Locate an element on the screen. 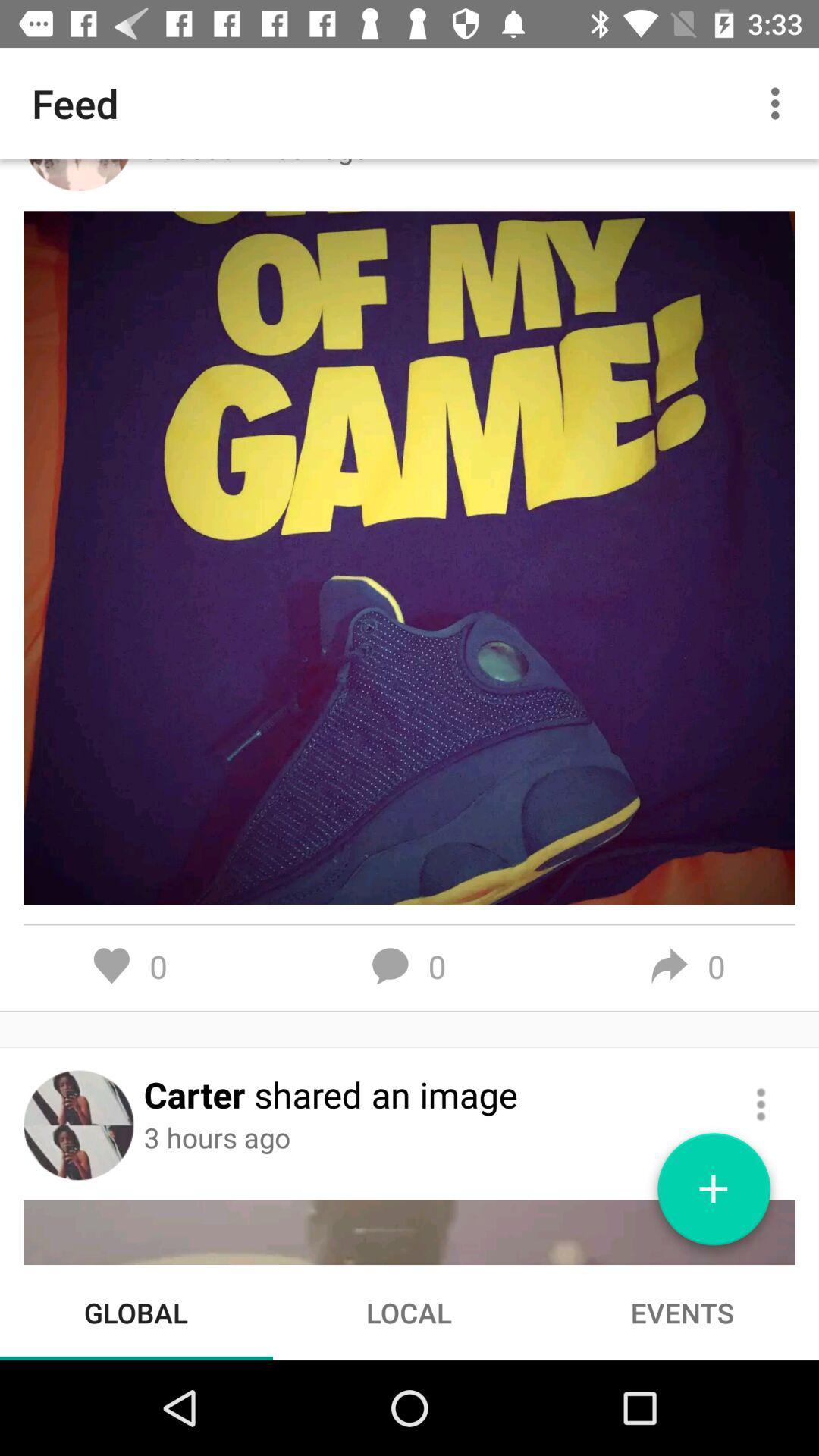 The height and width of the screenshot is (1456, 819). user avatar is located at coordinates (78, 1125).